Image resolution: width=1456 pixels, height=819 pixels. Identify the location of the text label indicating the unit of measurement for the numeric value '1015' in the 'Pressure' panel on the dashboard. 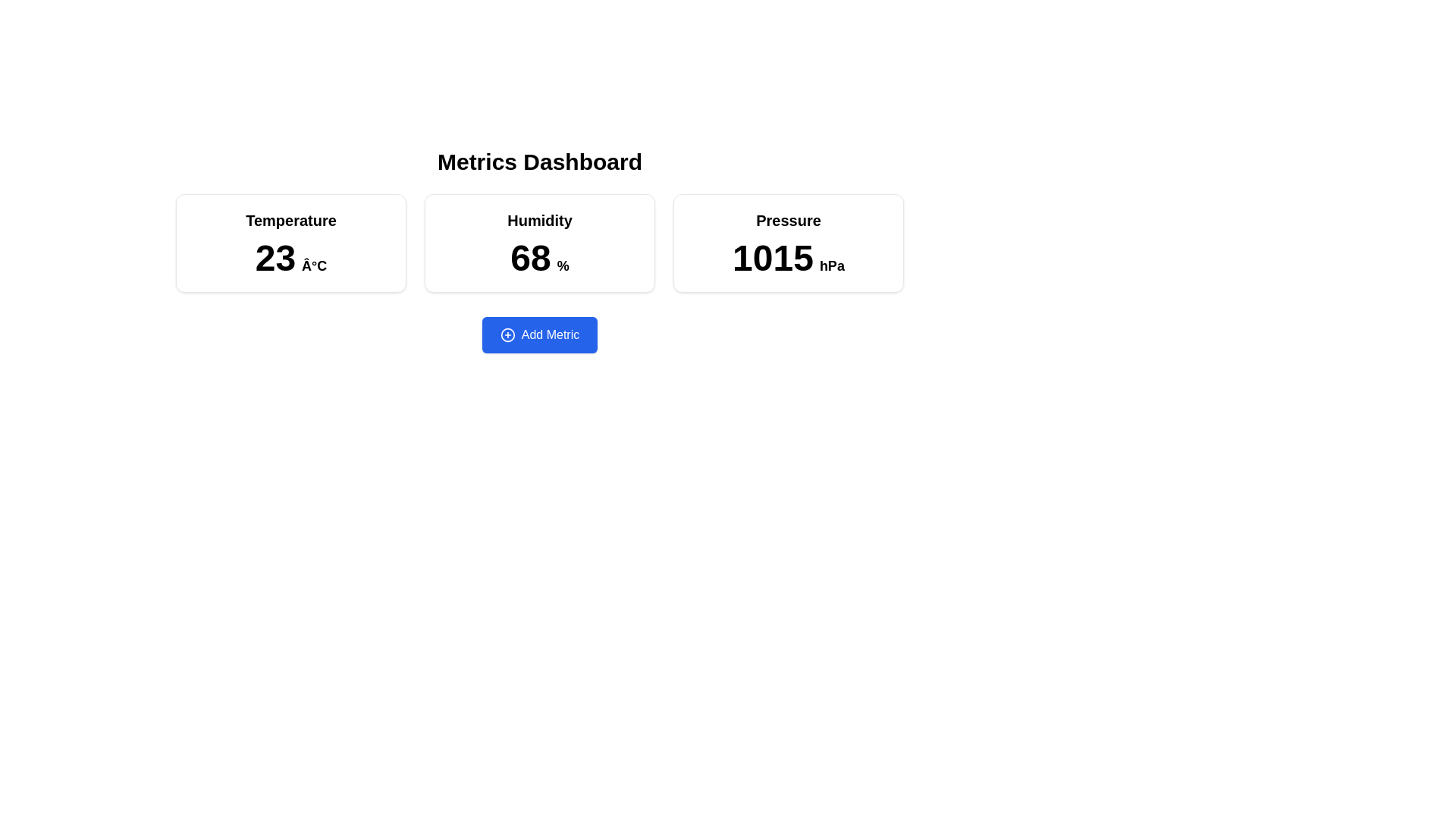
(831, 265).